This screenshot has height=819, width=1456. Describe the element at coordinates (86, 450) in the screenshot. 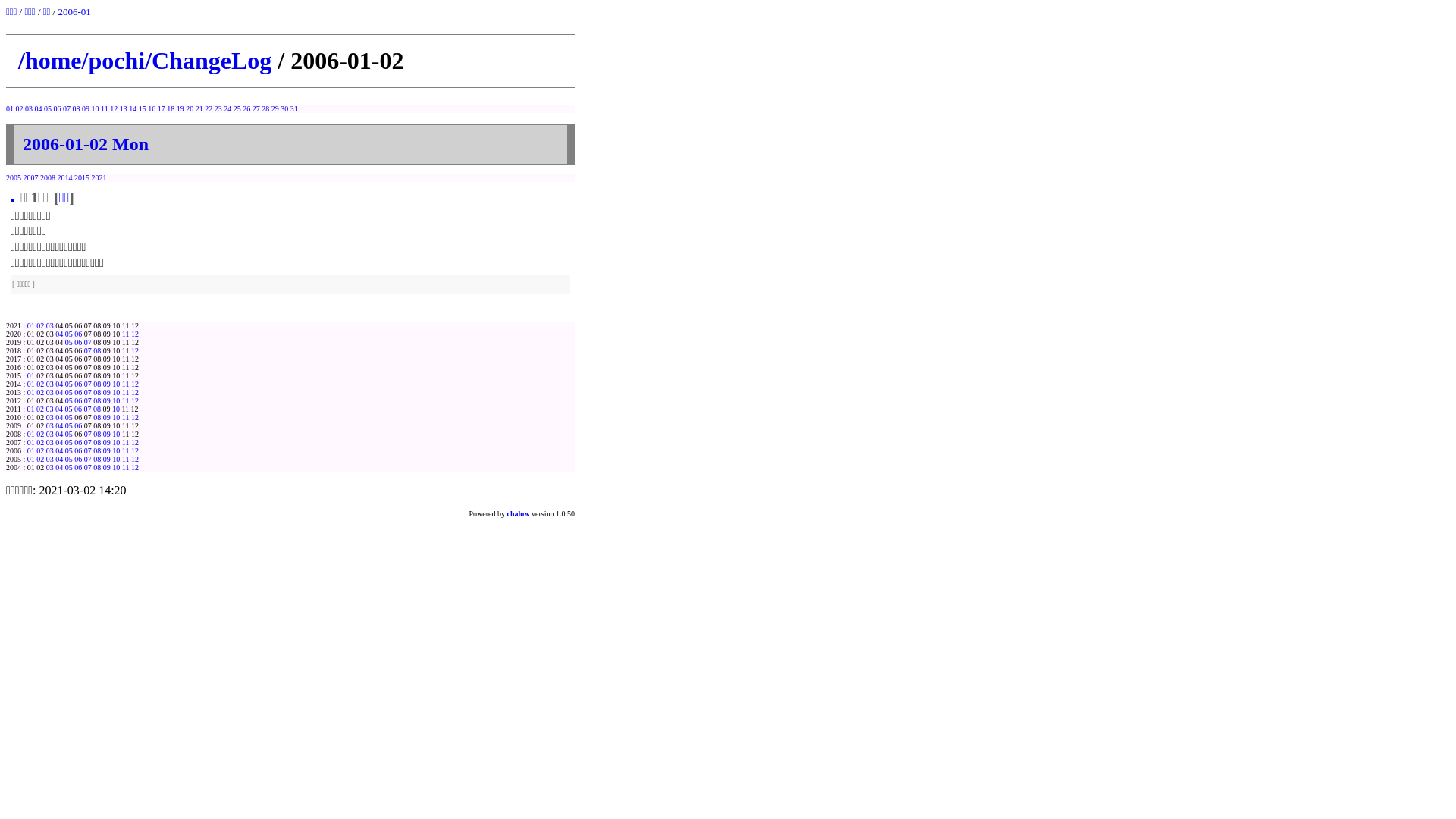

I see `'07'` at that location.